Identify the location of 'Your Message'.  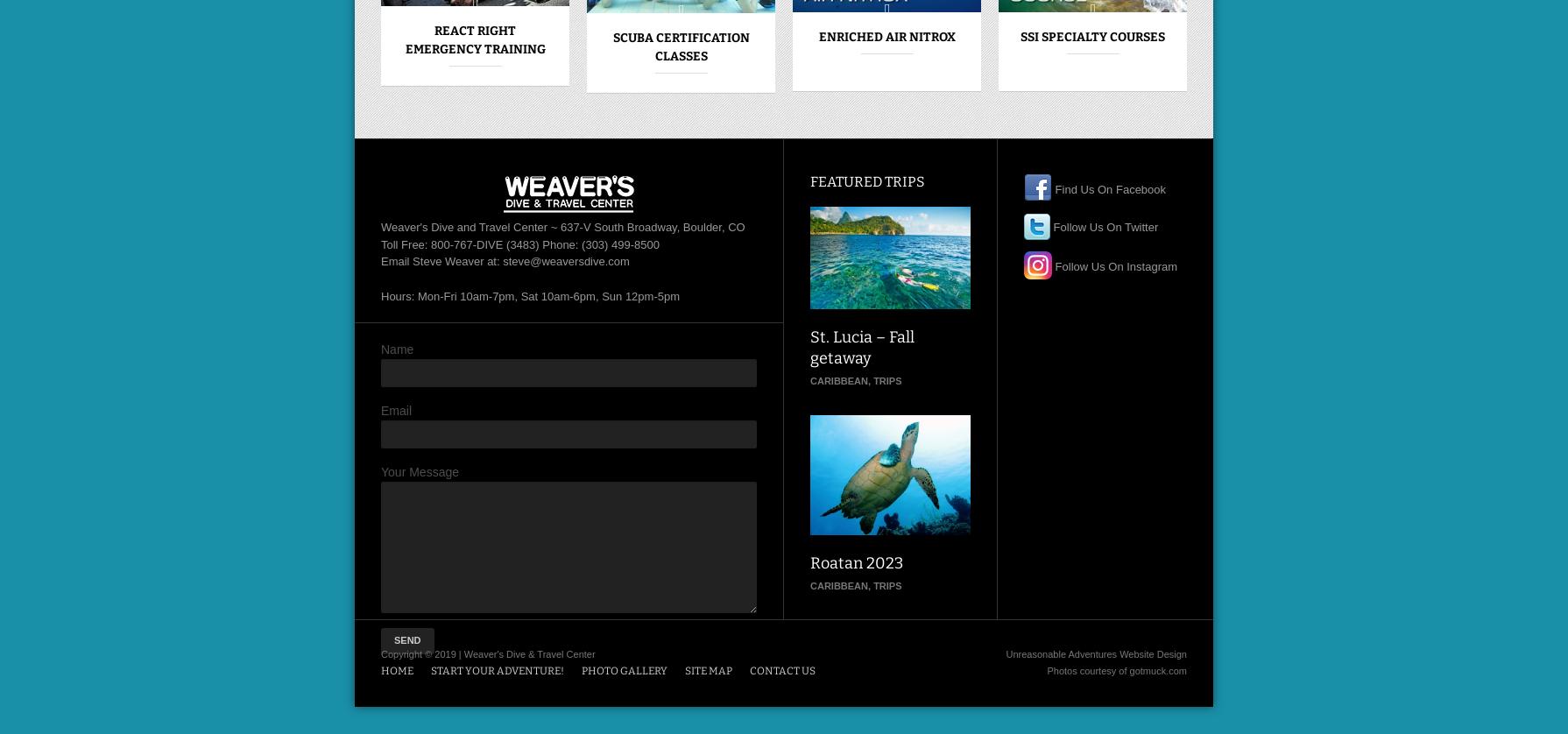
(419, 472).